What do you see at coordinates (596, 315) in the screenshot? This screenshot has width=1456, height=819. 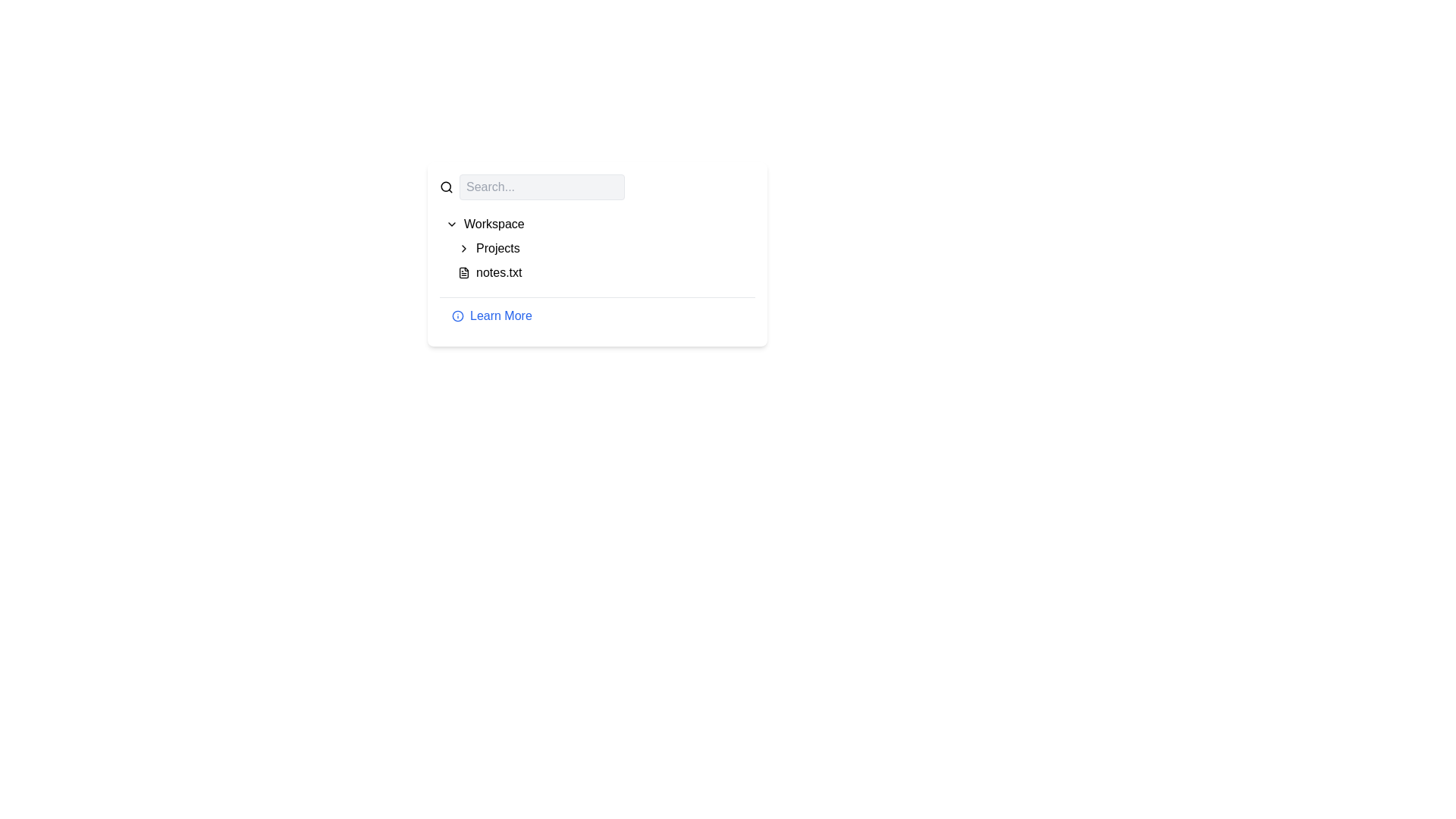 I see `the last button in the vertical list located below 'Workspace', 'Projects', and 'notes.txt'` at bounding box center [596, 315].